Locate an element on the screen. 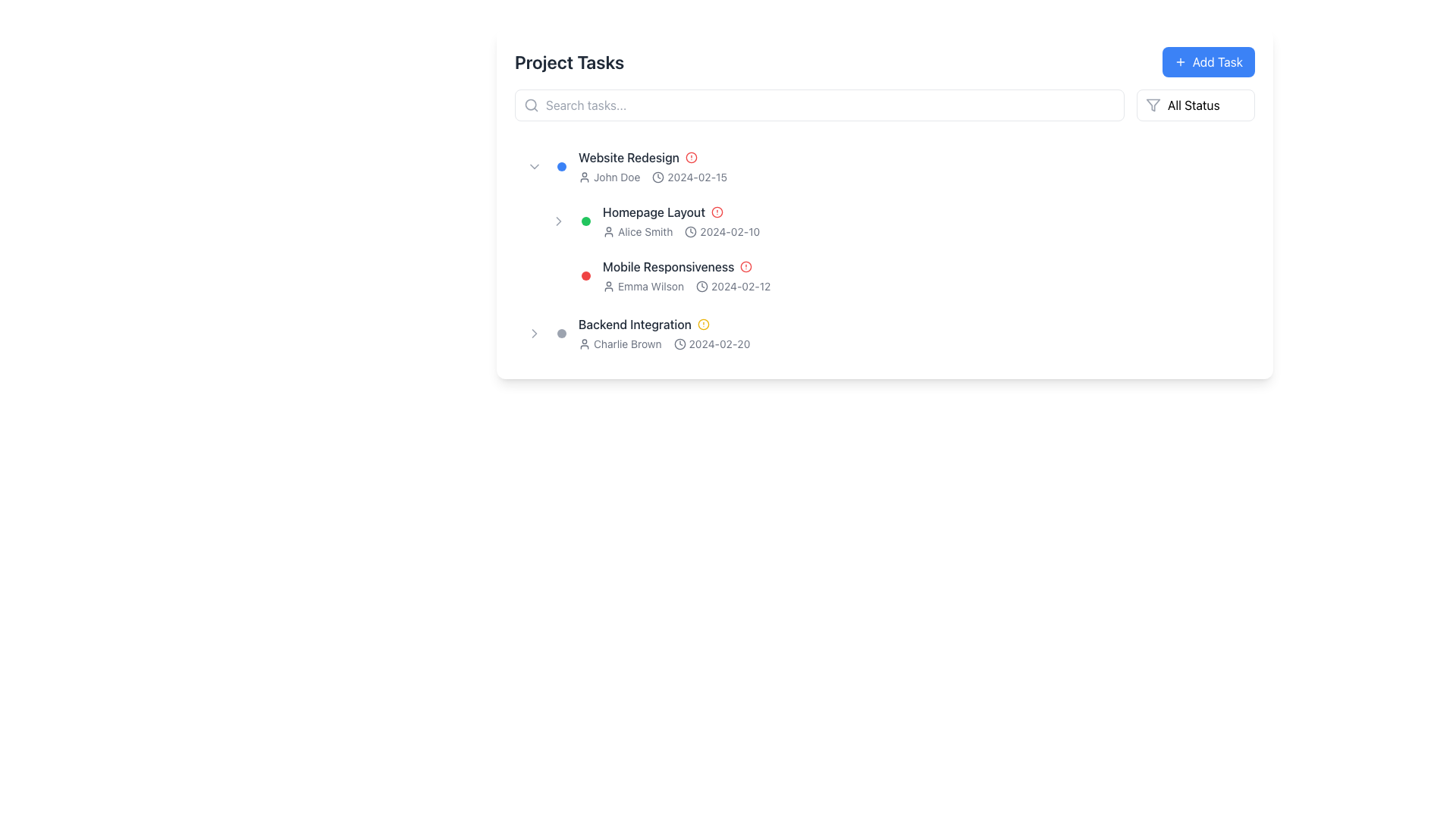 The height and width of the screenshot is (819, 1456). the text label displaying 'Alice Smith', which is positioned to the right of the user icon in the 'Homepage Layout' task row is located at coordinates (645, 231).